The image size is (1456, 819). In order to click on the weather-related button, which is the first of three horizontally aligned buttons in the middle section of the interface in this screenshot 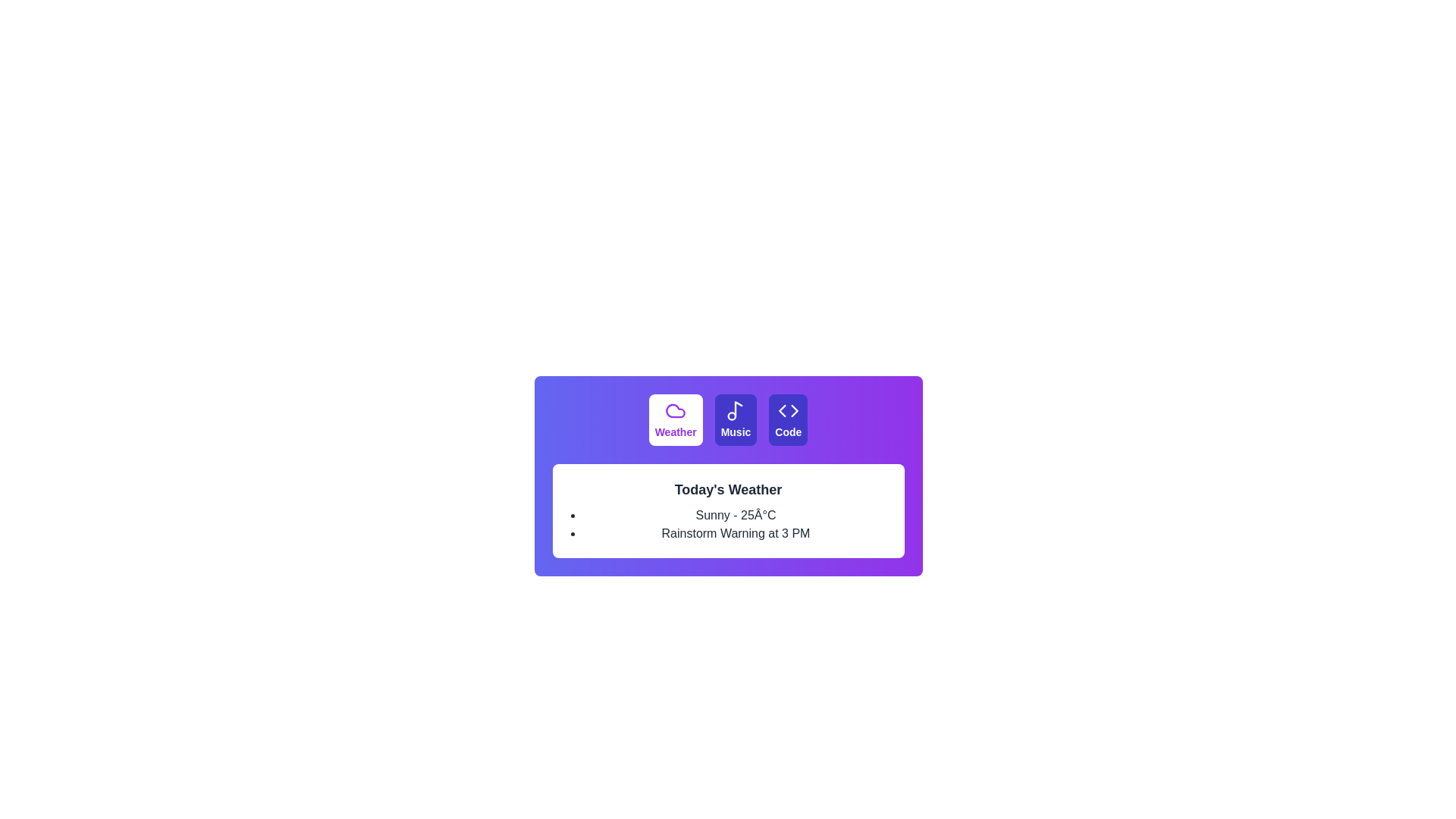, I will do `click(675, 420)`.